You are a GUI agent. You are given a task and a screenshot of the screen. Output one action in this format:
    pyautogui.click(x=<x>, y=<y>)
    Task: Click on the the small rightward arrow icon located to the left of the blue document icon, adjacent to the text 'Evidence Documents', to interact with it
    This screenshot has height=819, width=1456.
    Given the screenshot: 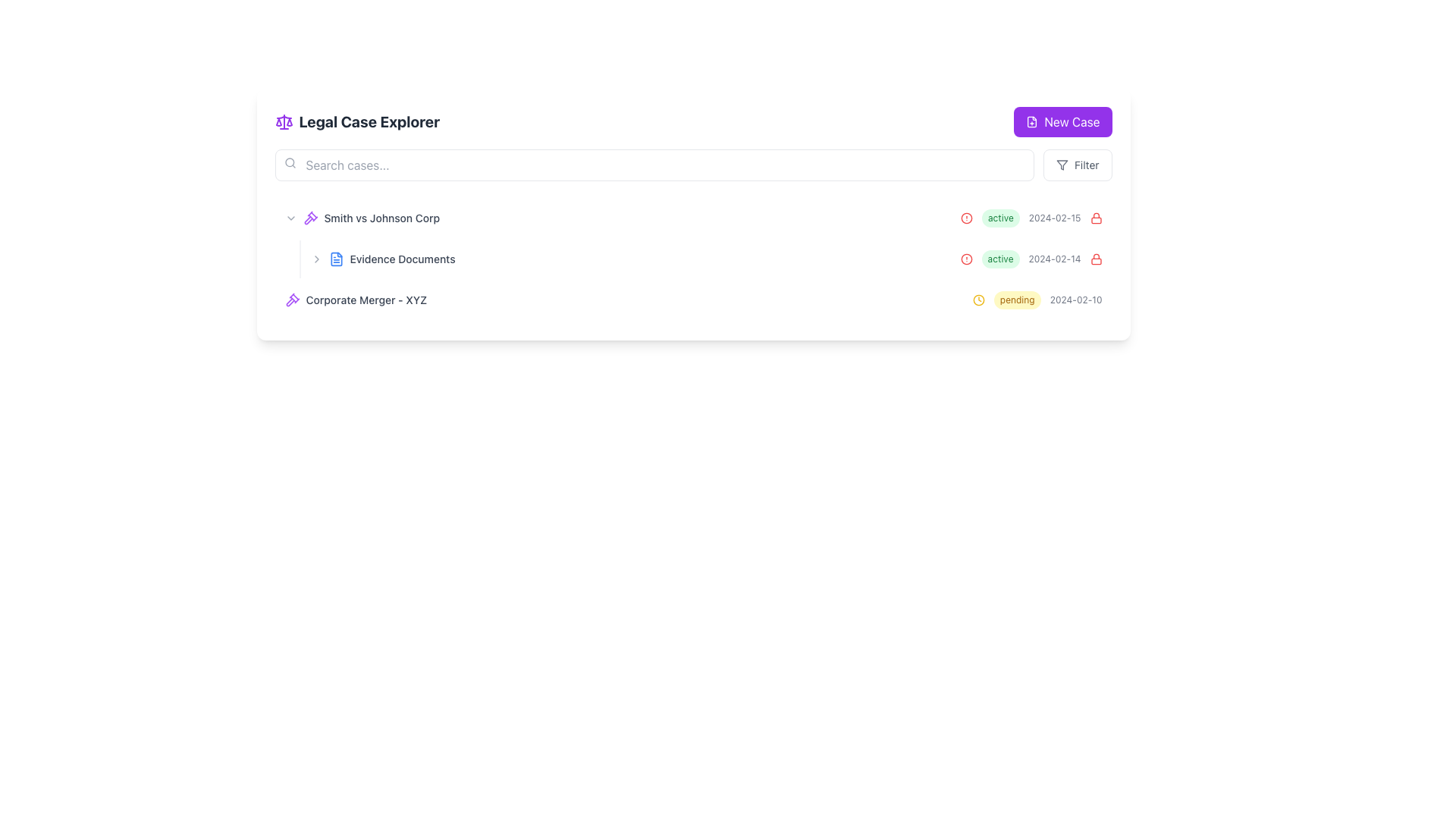 What is the action you would take?
    pyautogui.click(x=315, y=259)
    